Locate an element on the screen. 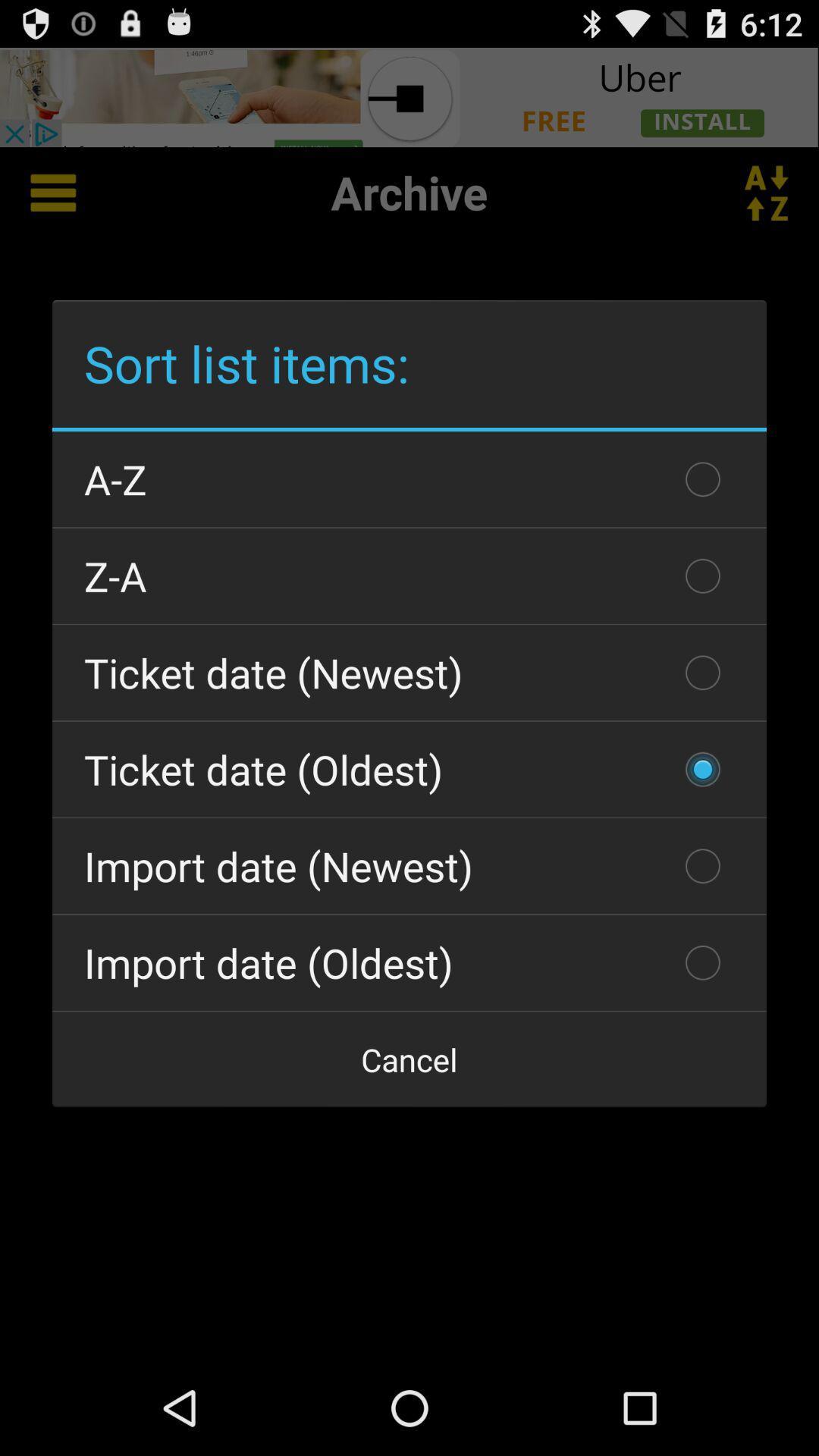  cancel button is located at coordinates (409, 1059).